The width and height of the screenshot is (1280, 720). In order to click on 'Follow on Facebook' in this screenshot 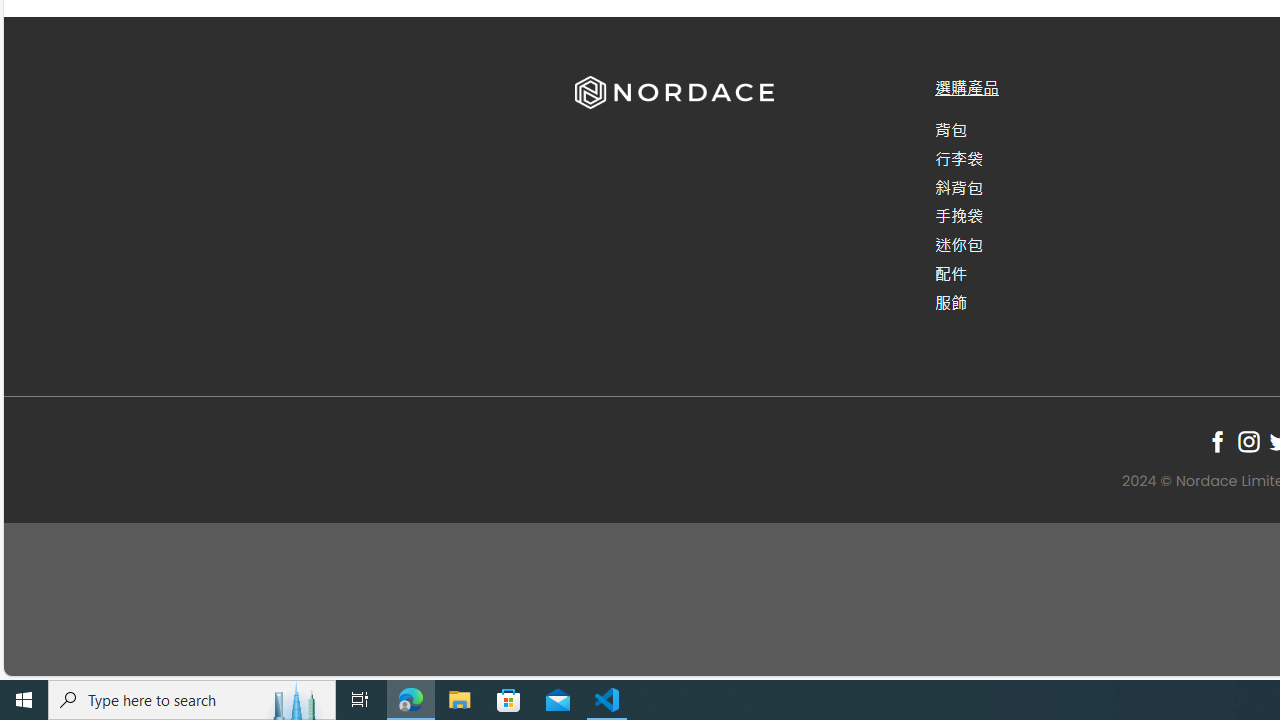, I will do `click(1216, 440)`.